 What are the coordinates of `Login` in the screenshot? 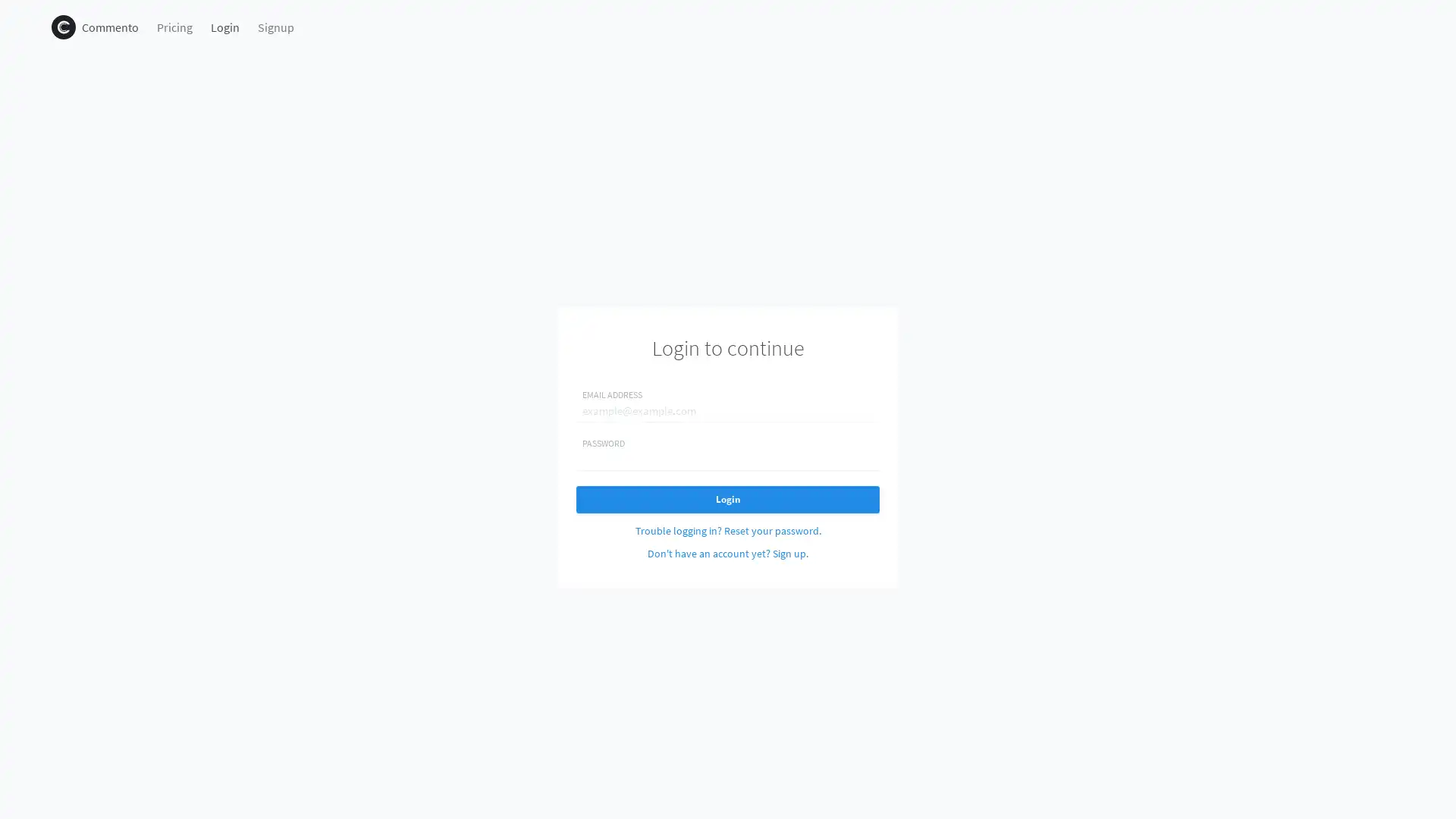 It's located at (728, 500).